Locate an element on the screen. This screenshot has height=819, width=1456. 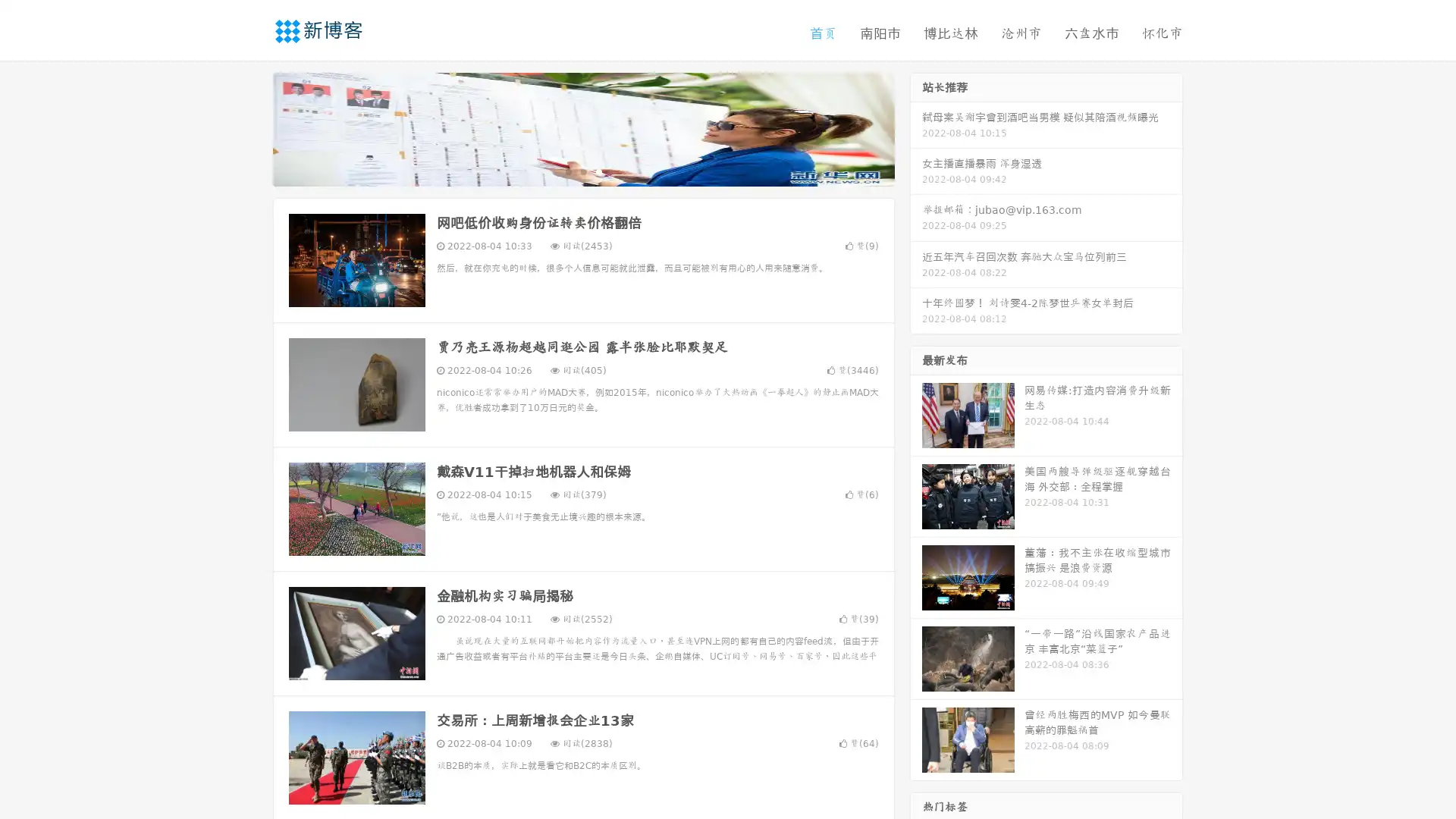
Go to slide 2 is located at coordinates (582, 171).